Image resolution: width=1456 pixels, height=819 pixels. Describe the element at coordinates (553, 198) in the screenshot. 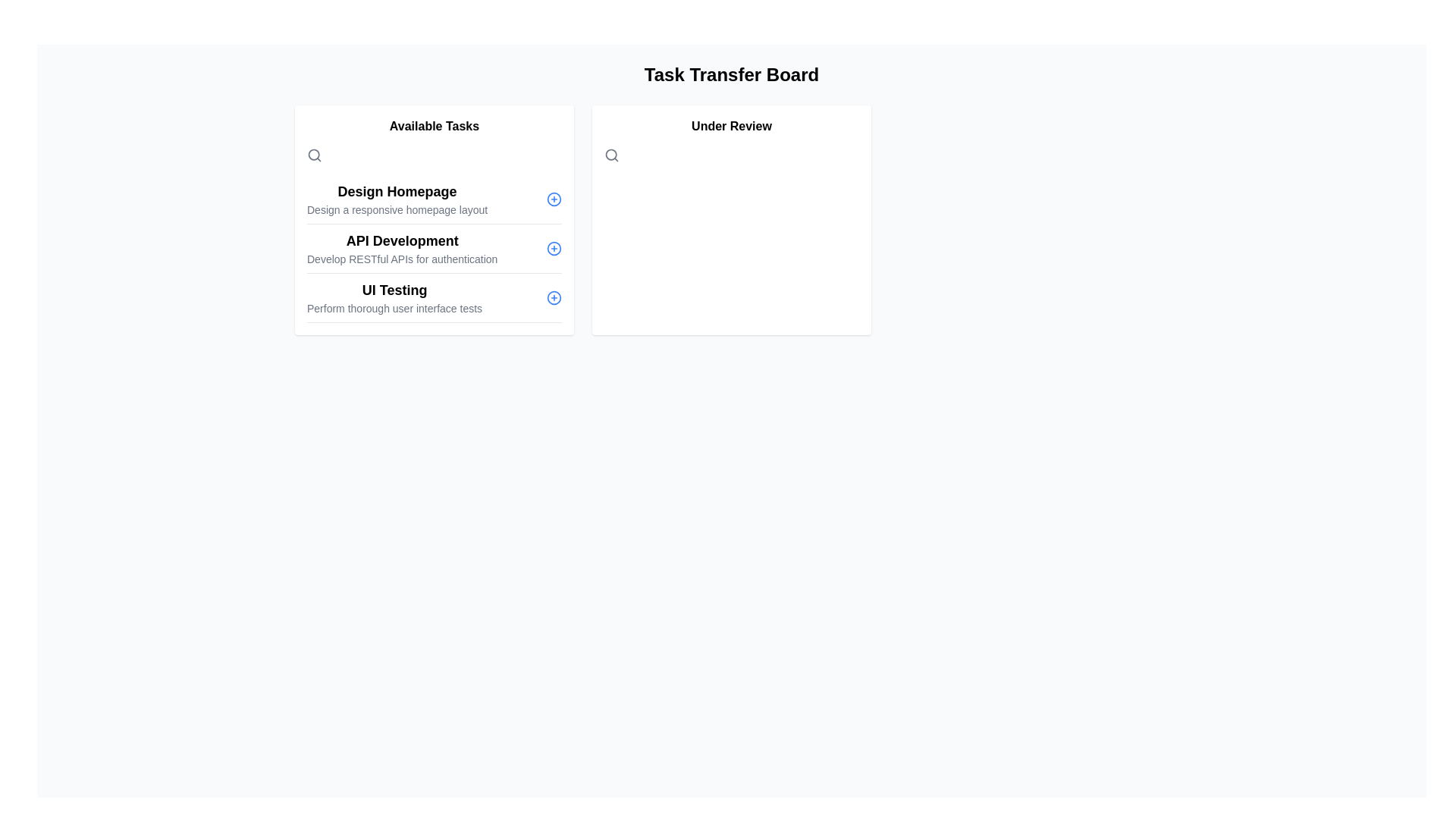

I see `the Icon button located in the 'Available Tasks' column next` at that location.